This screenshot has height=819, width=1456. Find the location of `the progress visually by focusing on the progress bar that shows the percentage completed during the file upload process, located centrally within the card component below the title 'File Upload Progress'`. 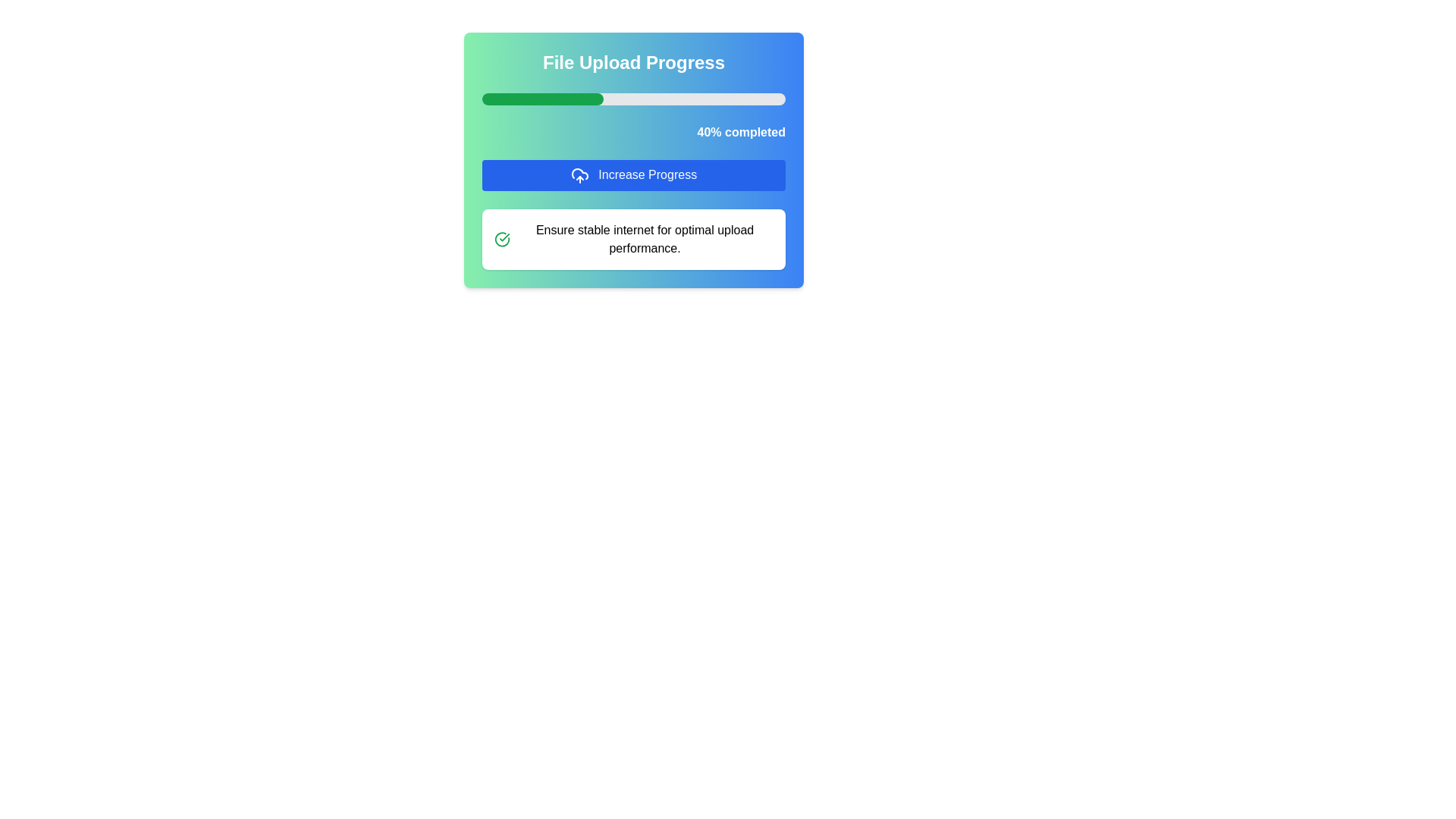

the progress visually by focusing on the progress bar that shows the percentage completed during the file upload process, located centrally within the card component below the title 'File Upload Progress' is located at coordinates (633, 99).